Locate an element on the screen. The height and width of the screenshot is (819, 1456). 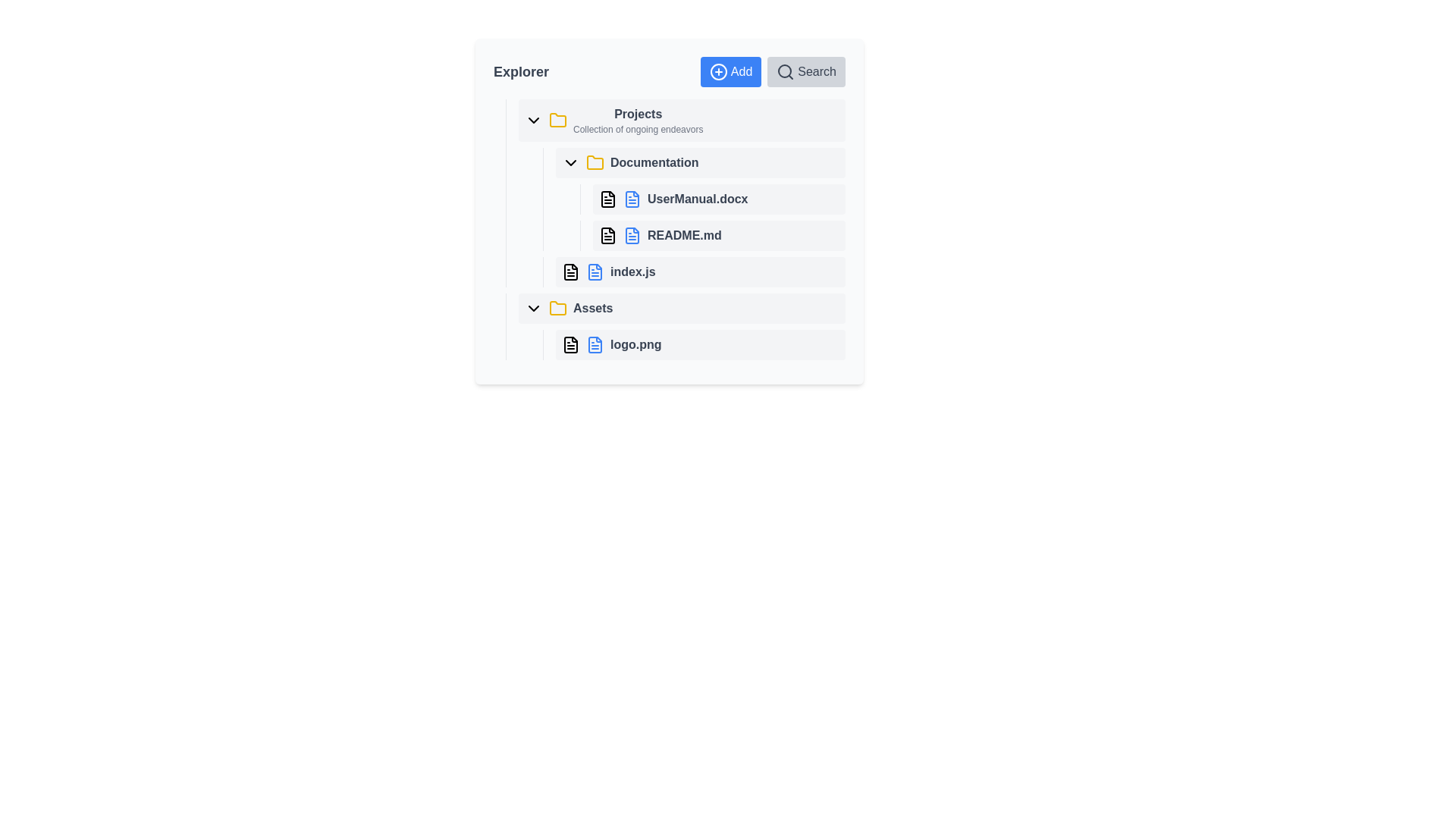
the blue file icon representing 'UserManual.docx' is located at coordinates (632, 198).